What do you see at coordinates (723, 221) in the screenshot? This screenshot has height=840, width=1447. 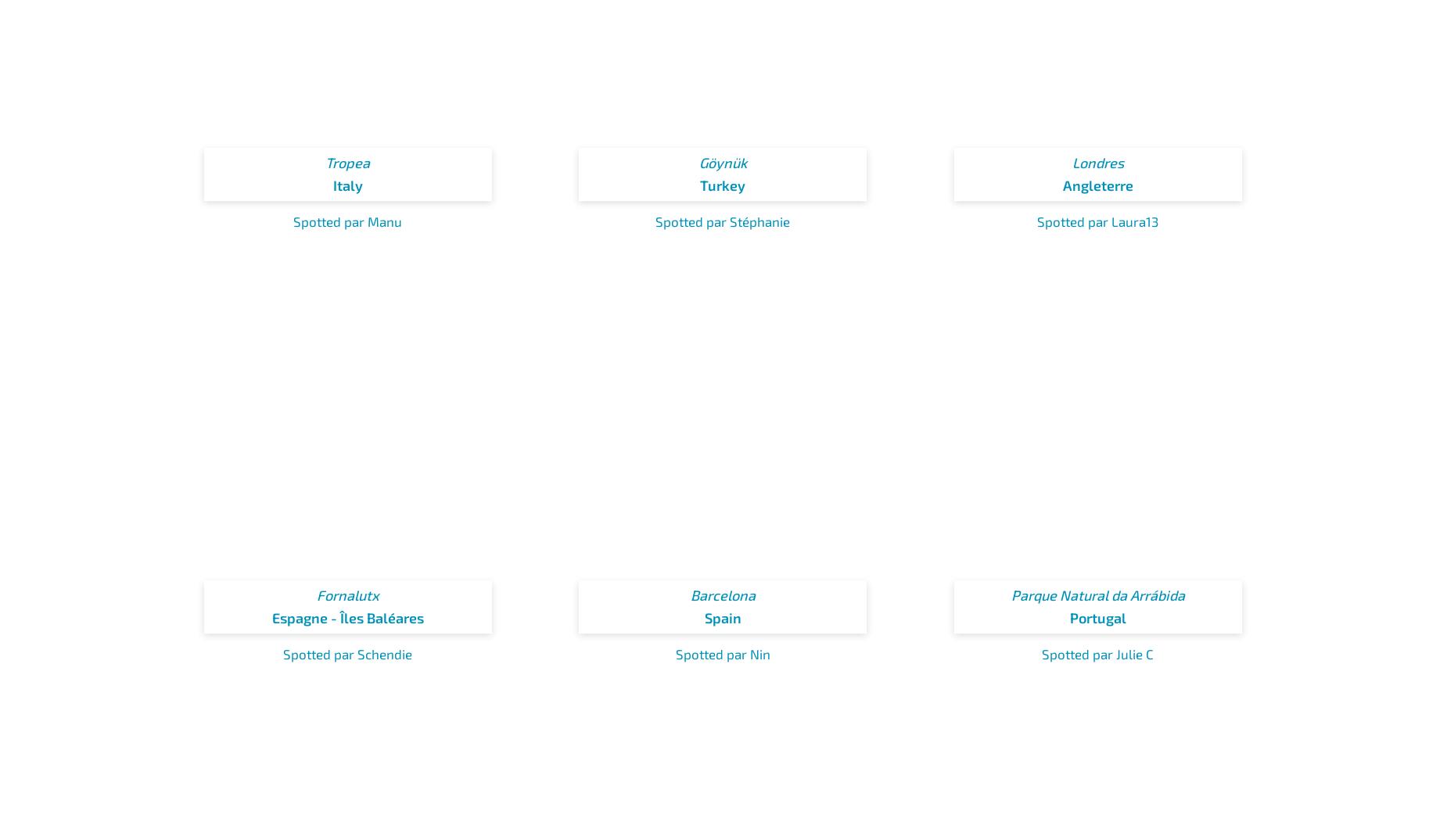 I see `'Spotted par Stéphanie'` at bounding box center [723, 221].